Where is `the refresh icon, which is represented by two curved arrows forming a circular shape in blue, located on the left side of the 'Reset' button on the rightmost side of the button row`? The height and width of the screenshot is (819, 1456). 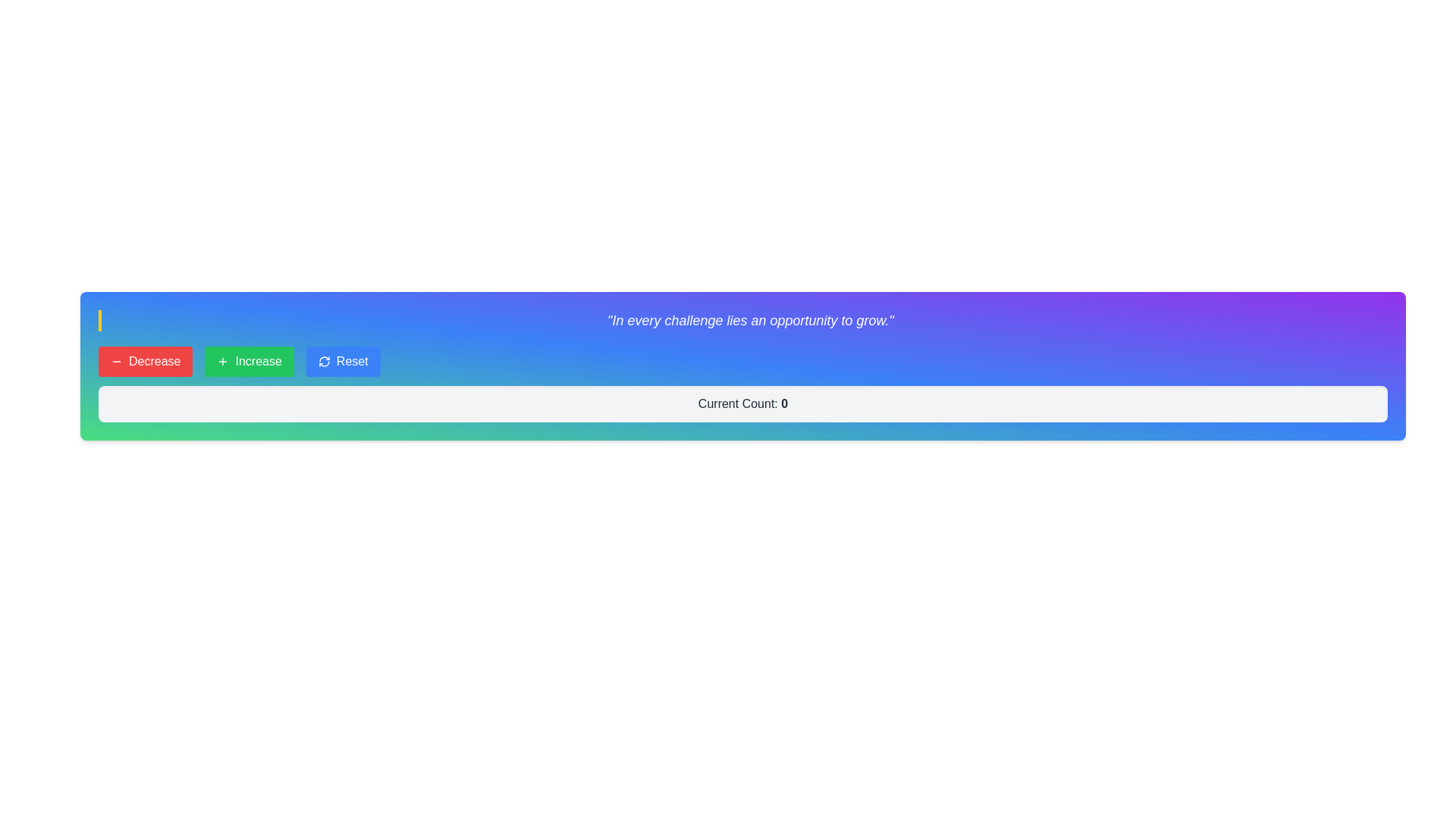 the refresh icon, which is represented by two curved arrows forming a circular shape in blue, located on the left side of the 'Reset' button on the rightmost side of the button row is located at coordinates (323, 362).